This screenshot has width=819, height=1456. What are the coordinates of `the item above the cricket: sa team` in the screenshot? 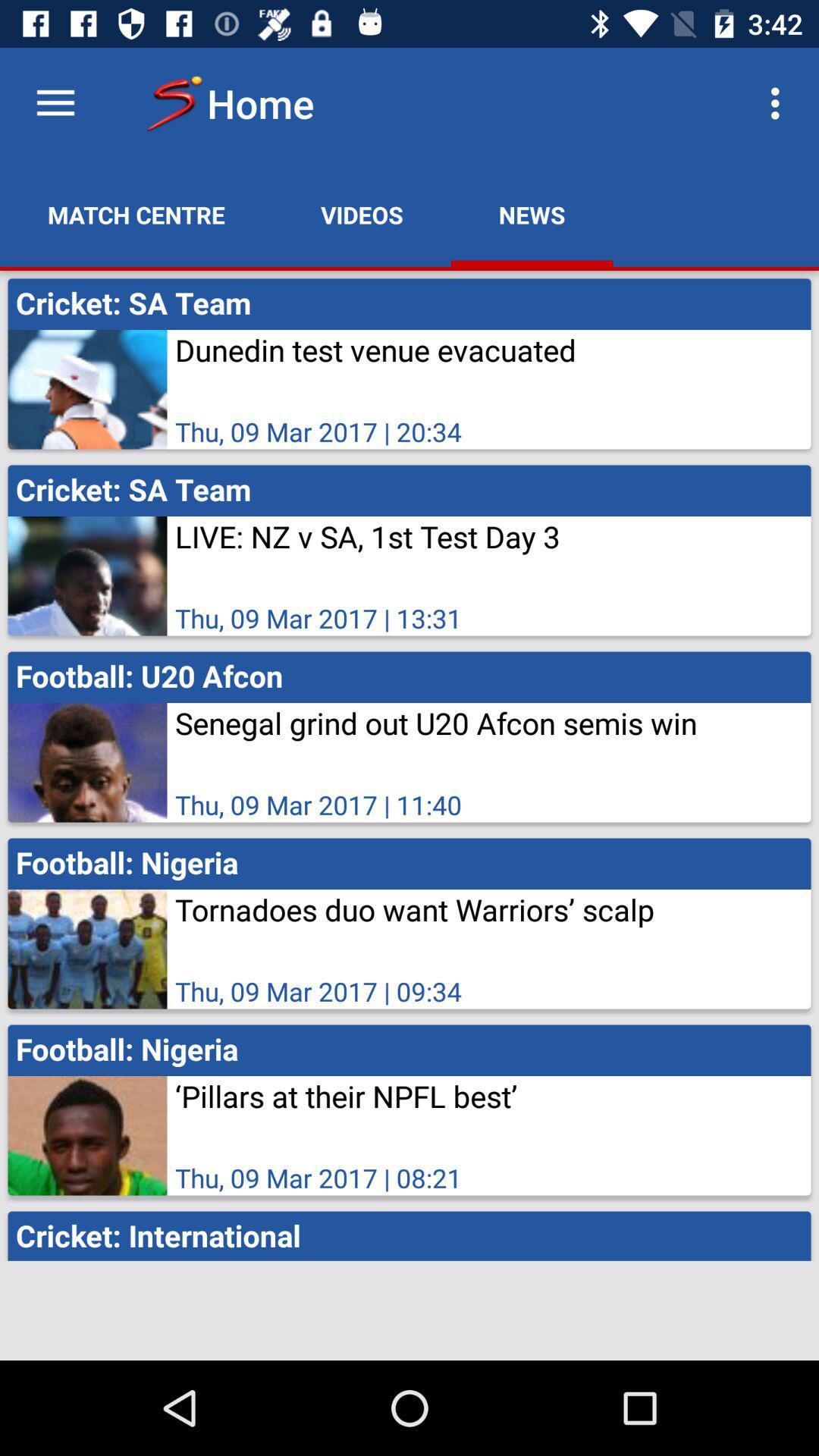 It's located at (362, 214).